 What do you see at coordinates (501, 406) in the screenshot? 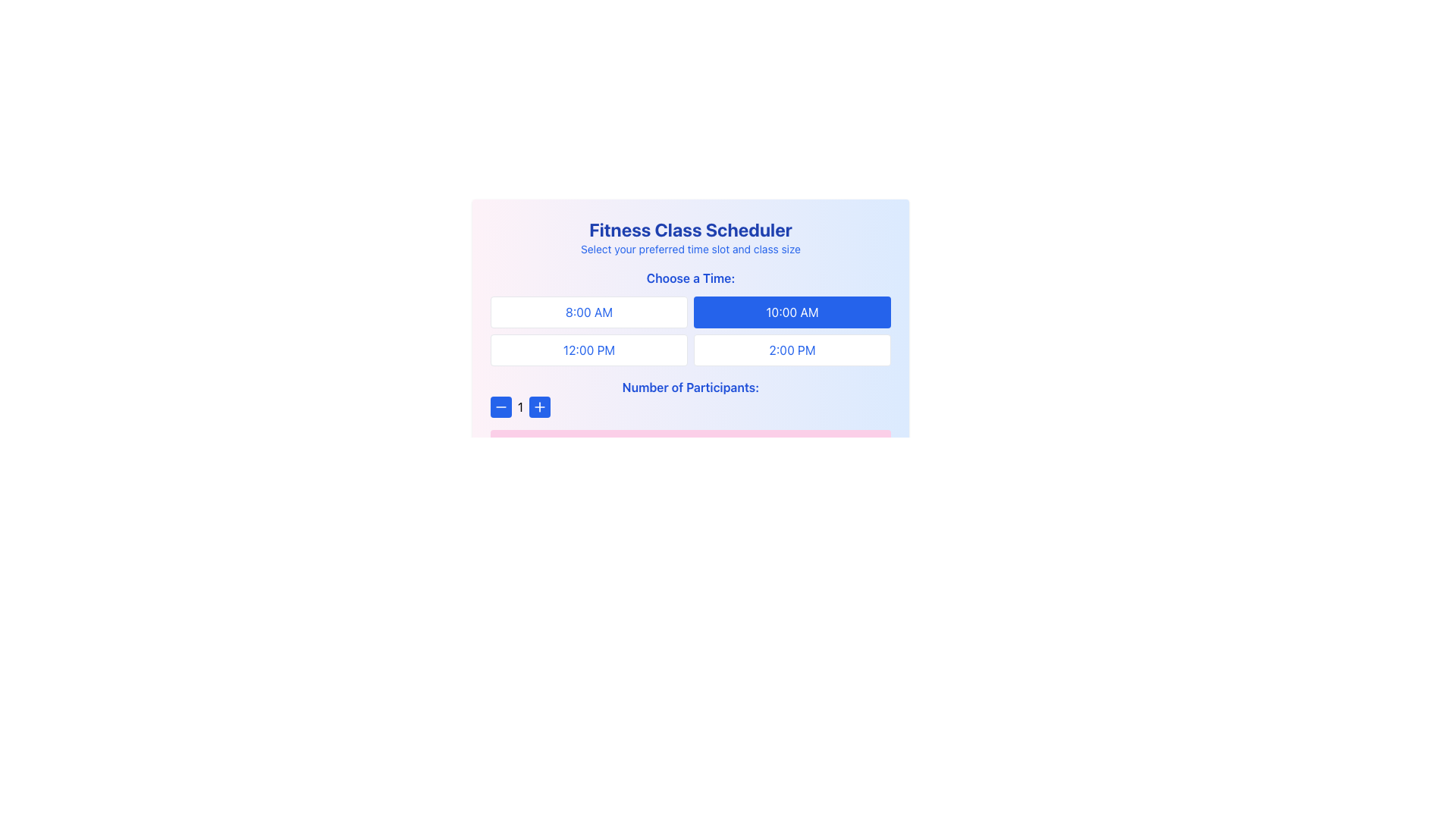
I see `the blue circular button icon representing the decrement action to decrease the number of participants` at bounding box center [501, 406].